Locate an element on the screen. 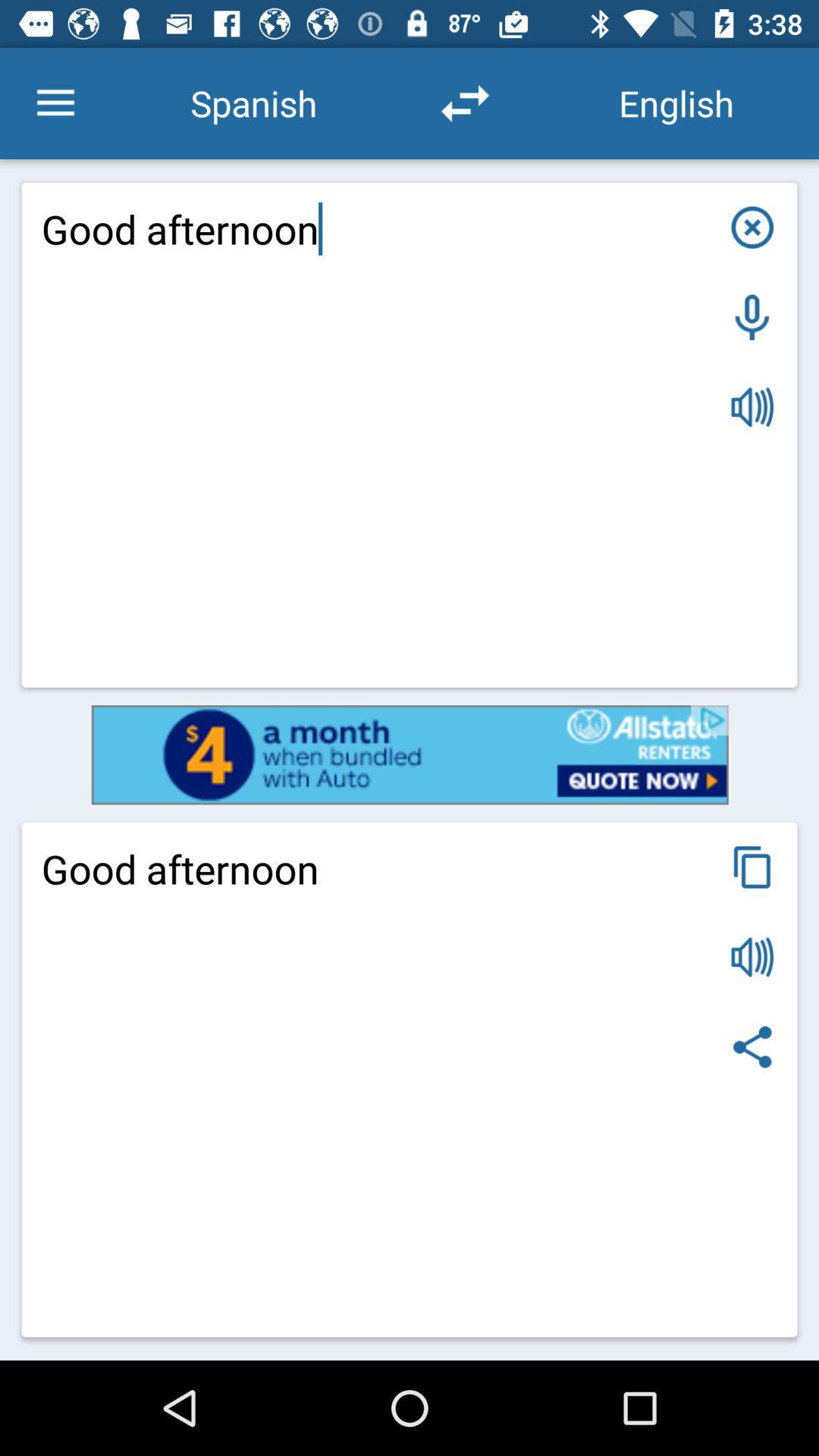 The width and height of the screenshot is (819, 1456). play is located at coordinates (752, 407).